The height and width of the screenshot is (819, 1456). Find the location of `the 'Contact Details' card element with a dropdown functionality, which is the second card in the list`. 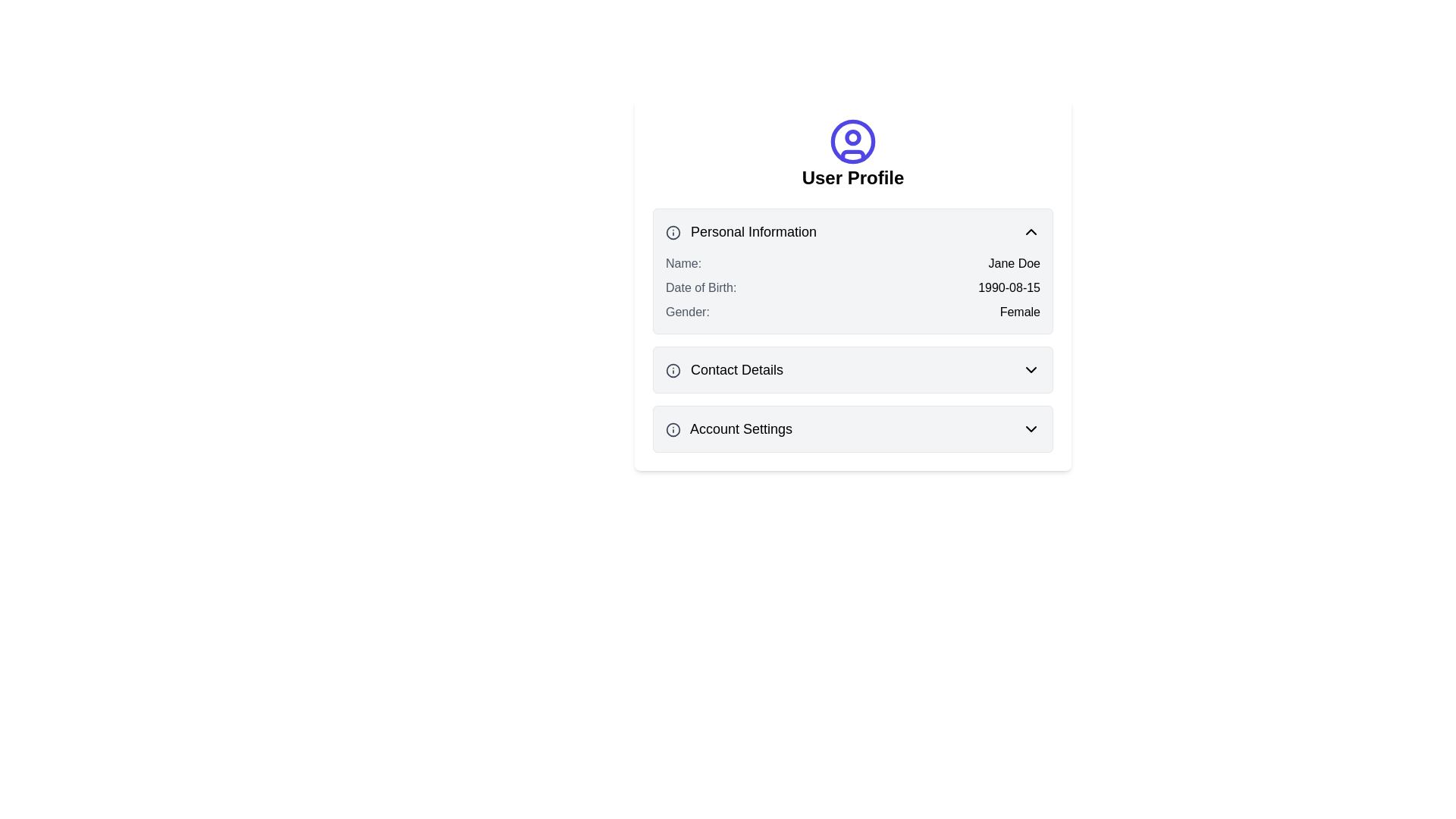

the 'Contact Details' card element with a dropdown functionality, which is the second card in the list is located at coordinates (852, 370).